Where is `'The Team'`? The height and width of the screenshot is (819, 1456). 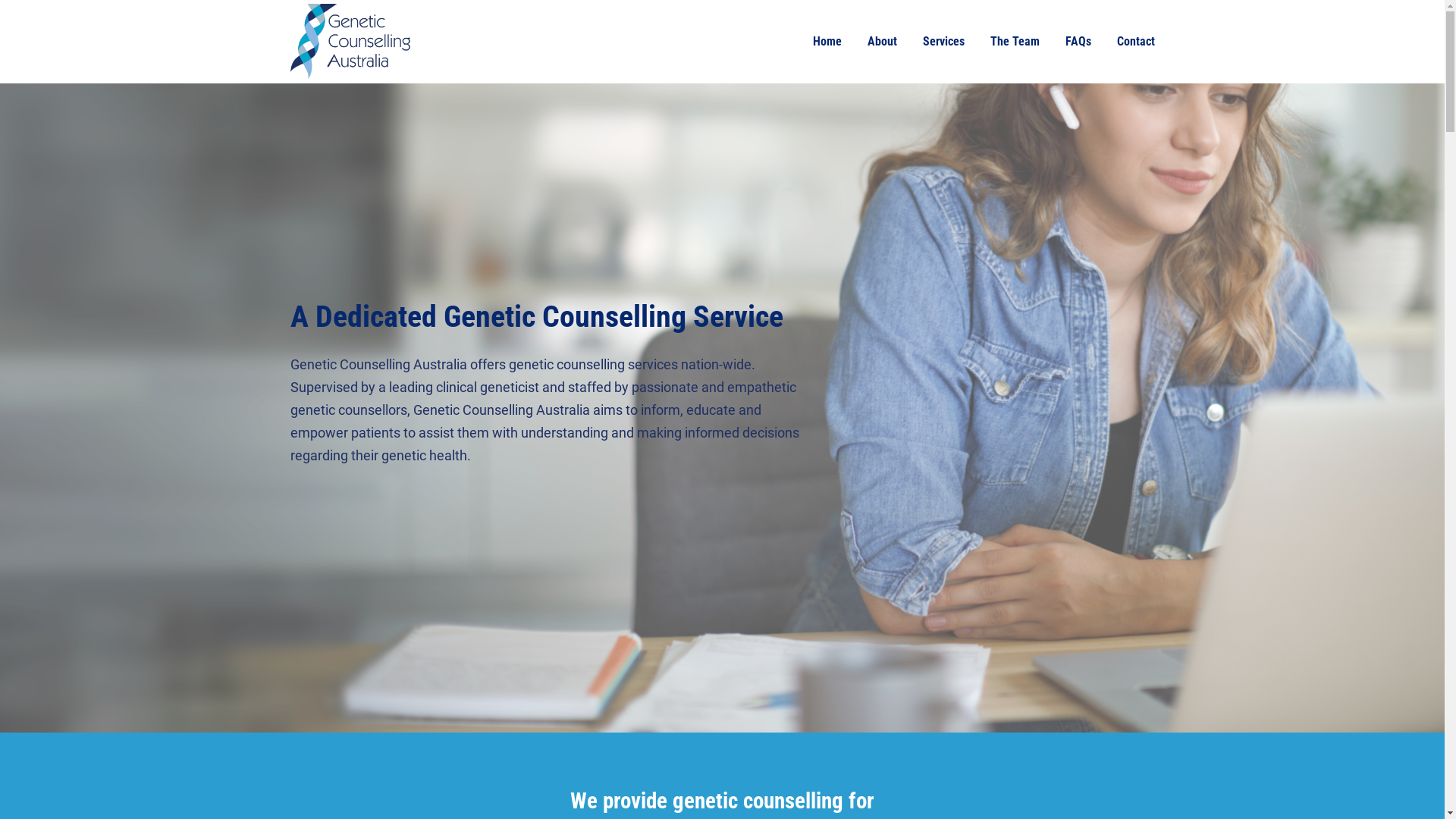
'The Team' is located at coordinates (1015, 40).